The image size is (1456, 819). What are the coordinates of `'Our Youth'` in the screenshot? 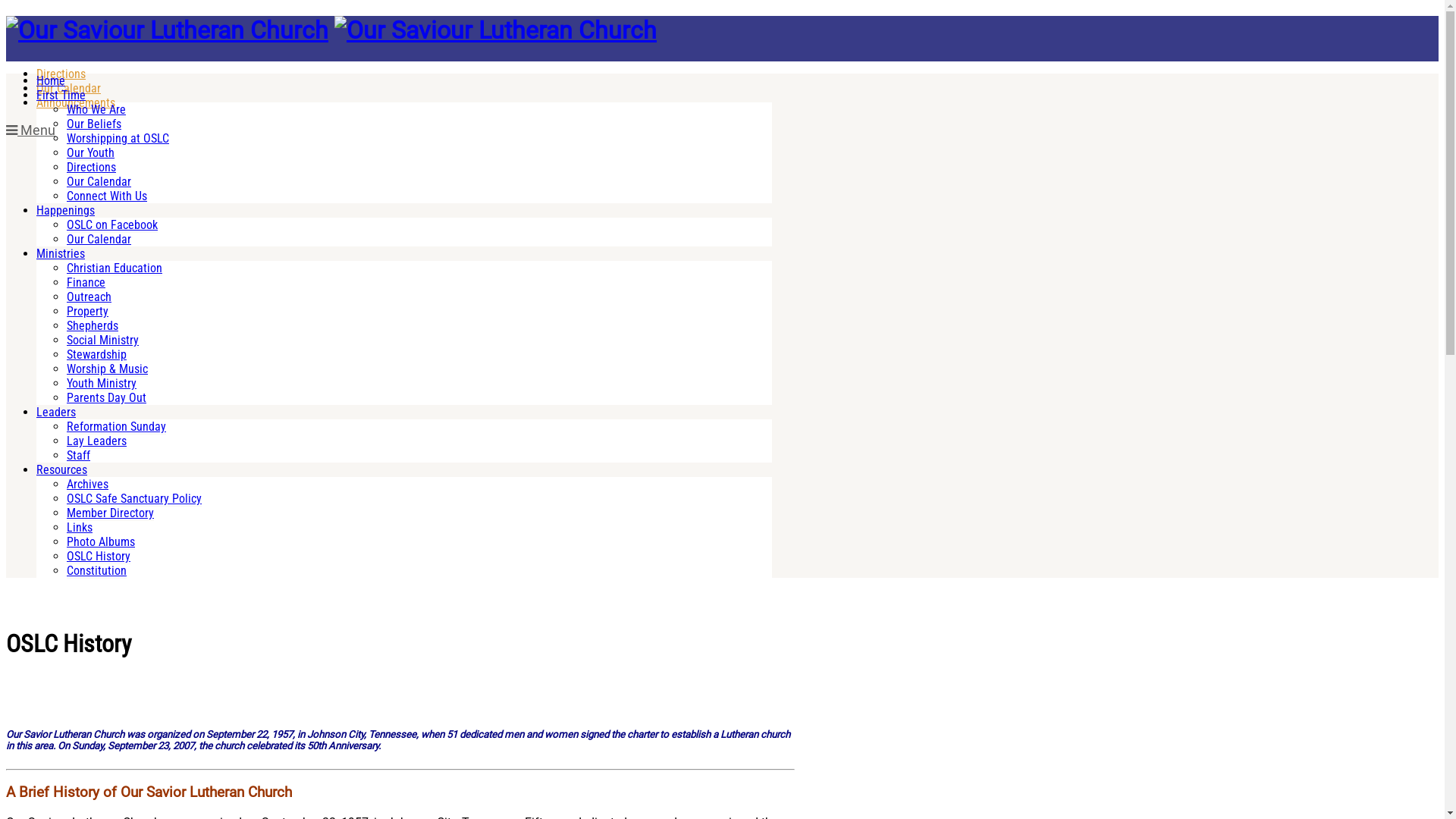 It's located at (89, 152).